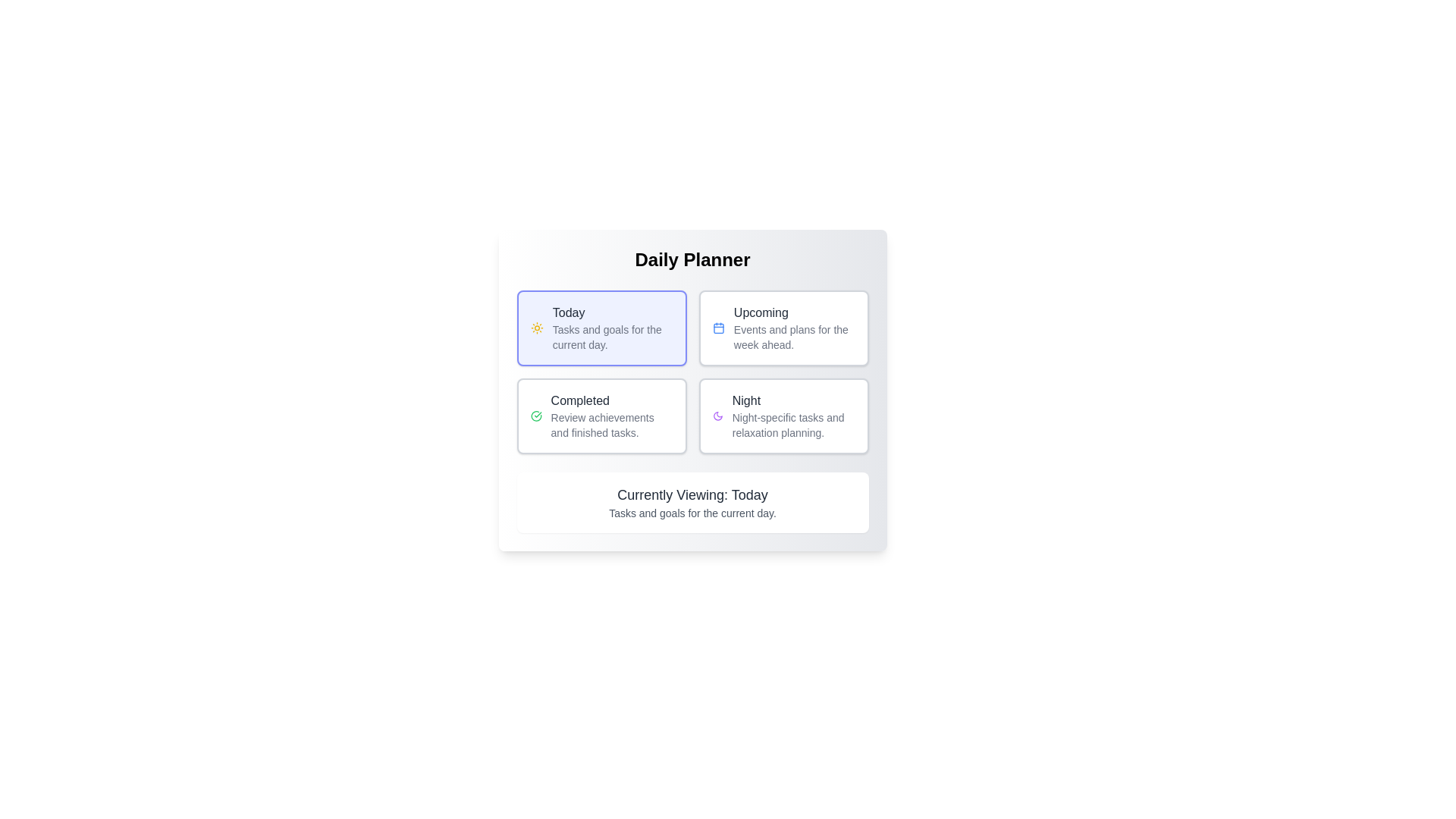  I want to click on the 'Night' card icon located at the bottom-right of the grid of cards, which is visually associated with nighttime tasks and relaxation planning, so click(717, 416).